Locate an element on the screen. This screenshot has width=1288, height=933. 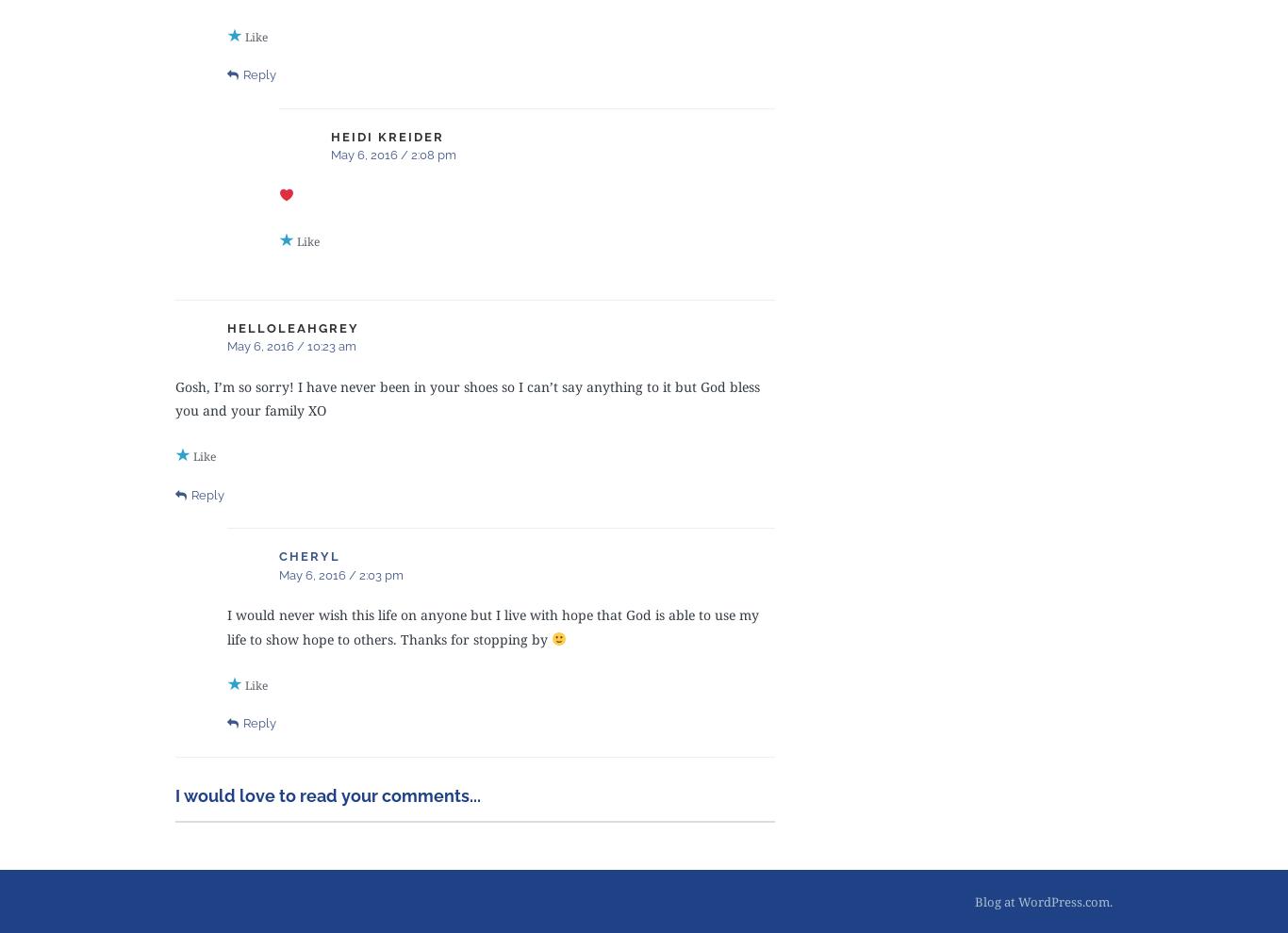
'May 6, 2016 / 2:03 pm' is located at coordinates (339, 573).